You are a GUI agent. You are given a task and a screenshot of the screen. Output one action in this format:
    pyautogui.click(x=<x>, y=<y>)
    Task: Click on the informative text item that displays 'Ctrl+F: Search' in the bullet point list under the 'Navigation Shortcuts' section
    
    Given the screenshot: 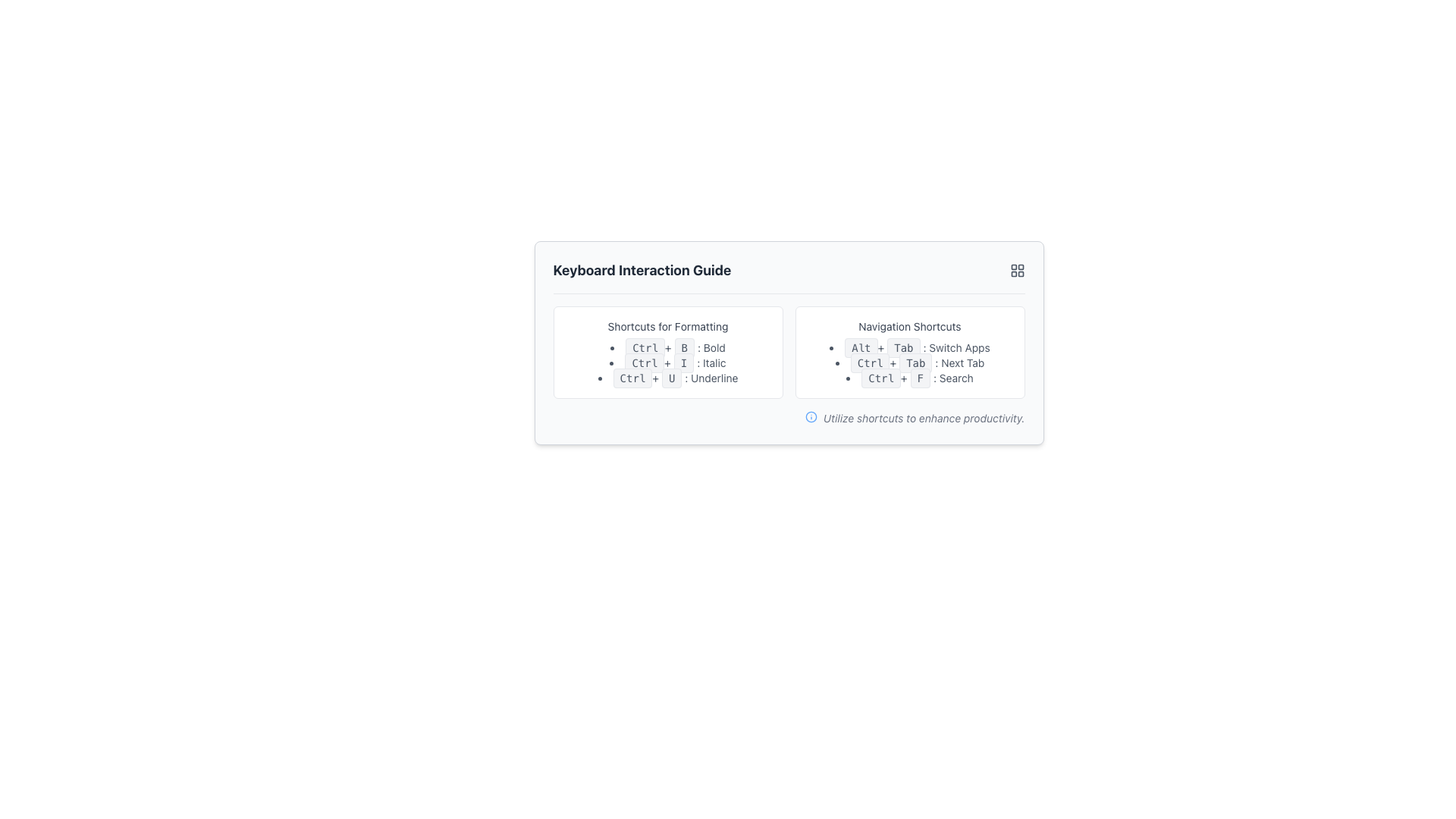 What is the action you would take?
    pyautogui.click(x=910, y=377)
    